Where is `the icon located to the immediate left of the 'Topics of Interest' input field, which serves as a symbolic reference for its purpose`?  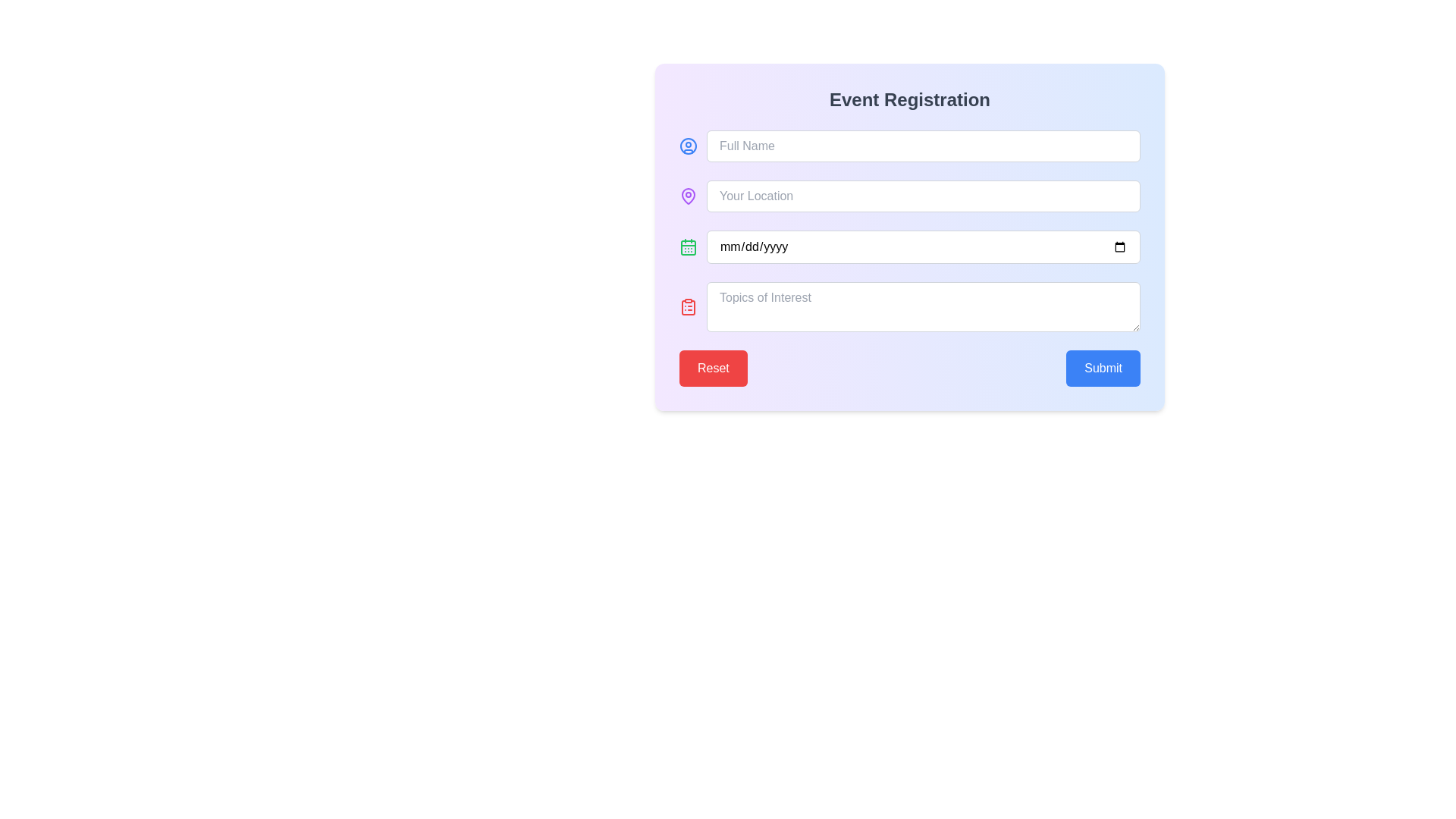
the icon located to the immediate left of the 'Topics of Interest' input field, which serves as a symbolic reference for its purpose is located at coordinates (687, 307).